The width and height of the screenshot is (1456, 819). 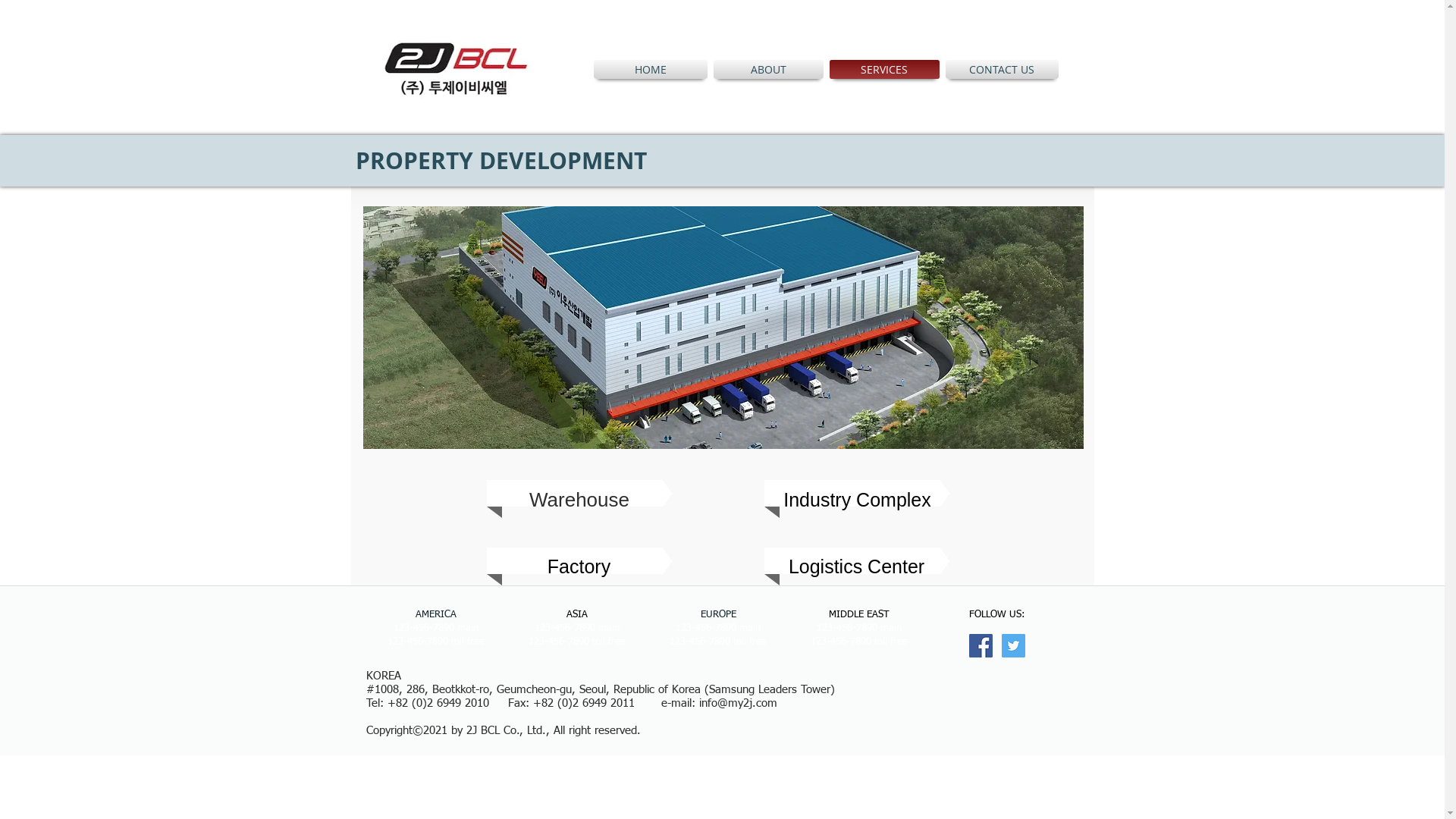 I want to click on 'CONTACT US', so click(x=999, y=69).